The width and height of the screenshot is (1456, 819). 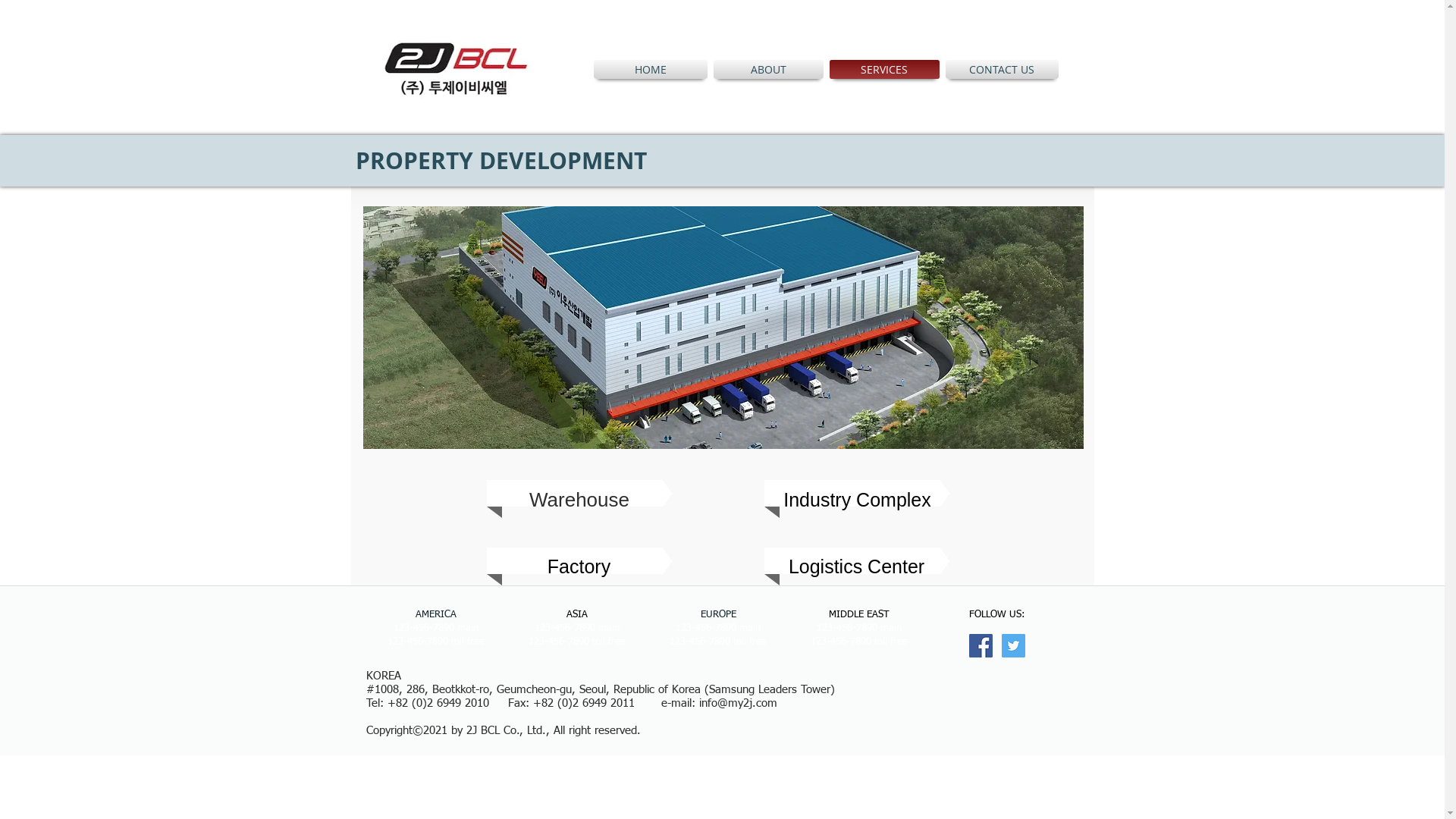 I want to click on 'CONTACT US', so click(x=999, y=69).